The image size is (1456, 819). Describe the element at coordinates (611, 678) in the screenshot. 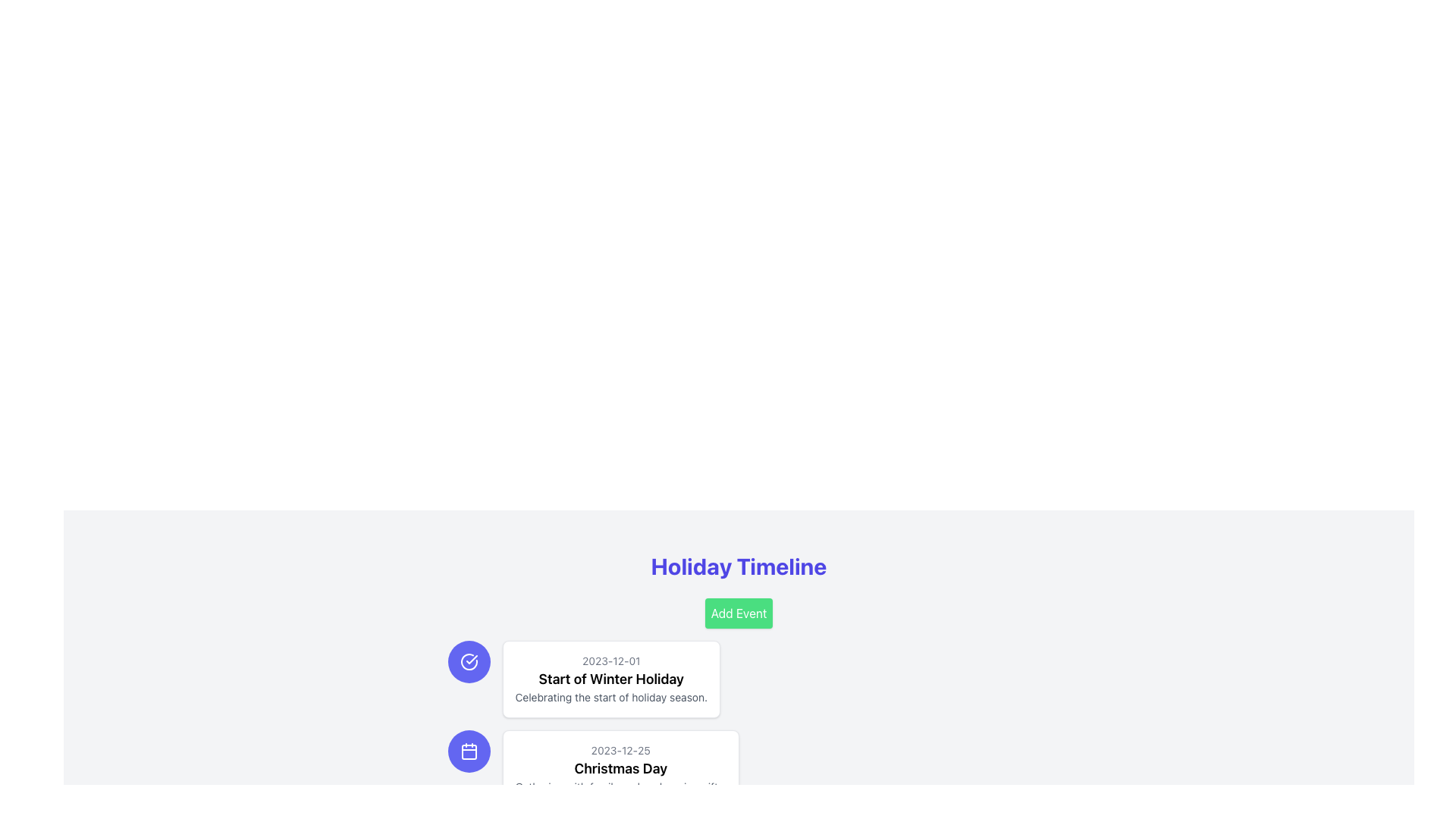

I see `the static text element displaying 'Start of Winter Holiday', which is bold and large, centered within a white rectangular card, located beneath the date '2023-12-01'` at that location.